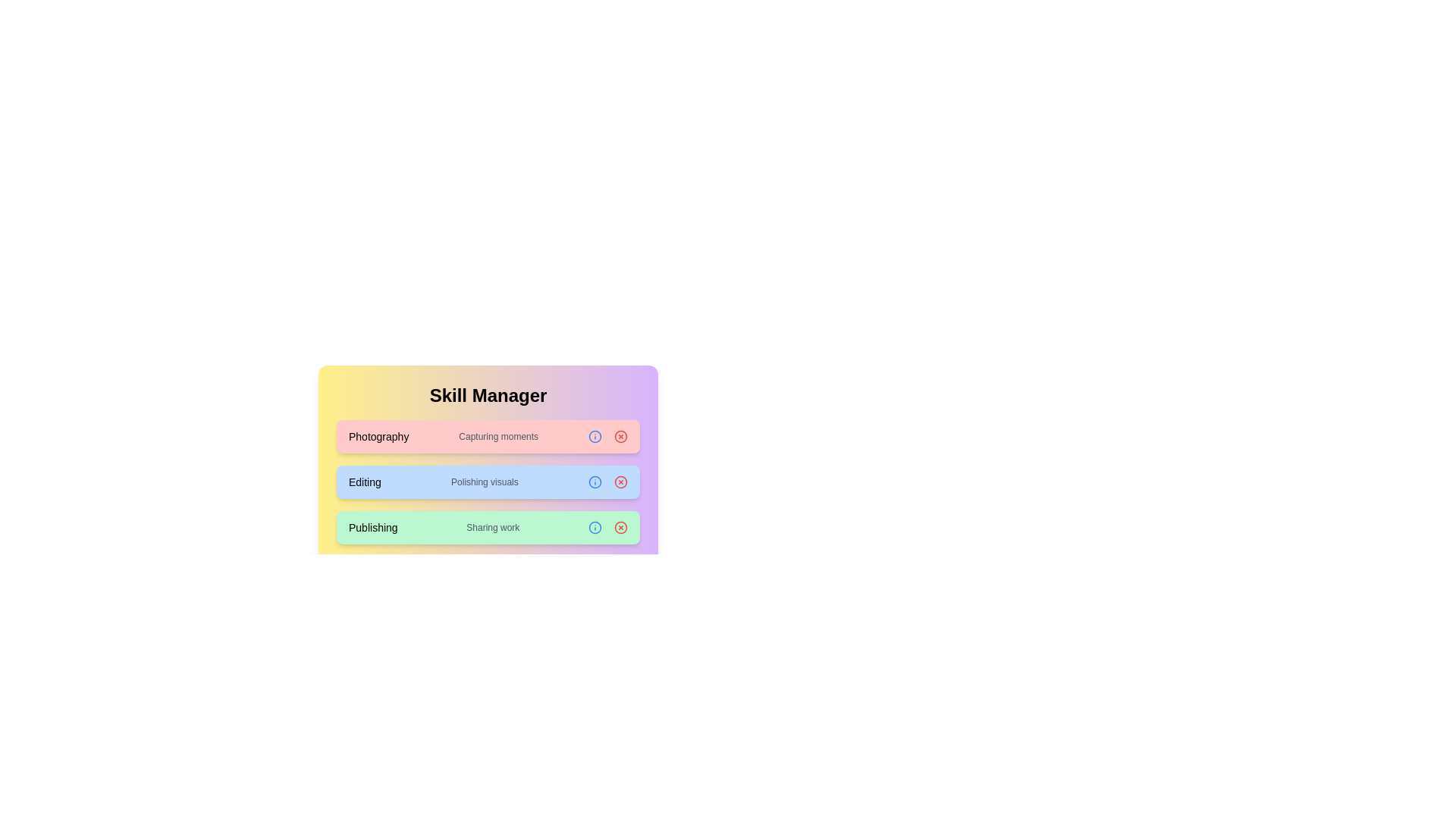  What do you see at coordinates (595, 436) in the screenshot?
I see `the information button of the Photography chip` at bounding box center [595, 436].